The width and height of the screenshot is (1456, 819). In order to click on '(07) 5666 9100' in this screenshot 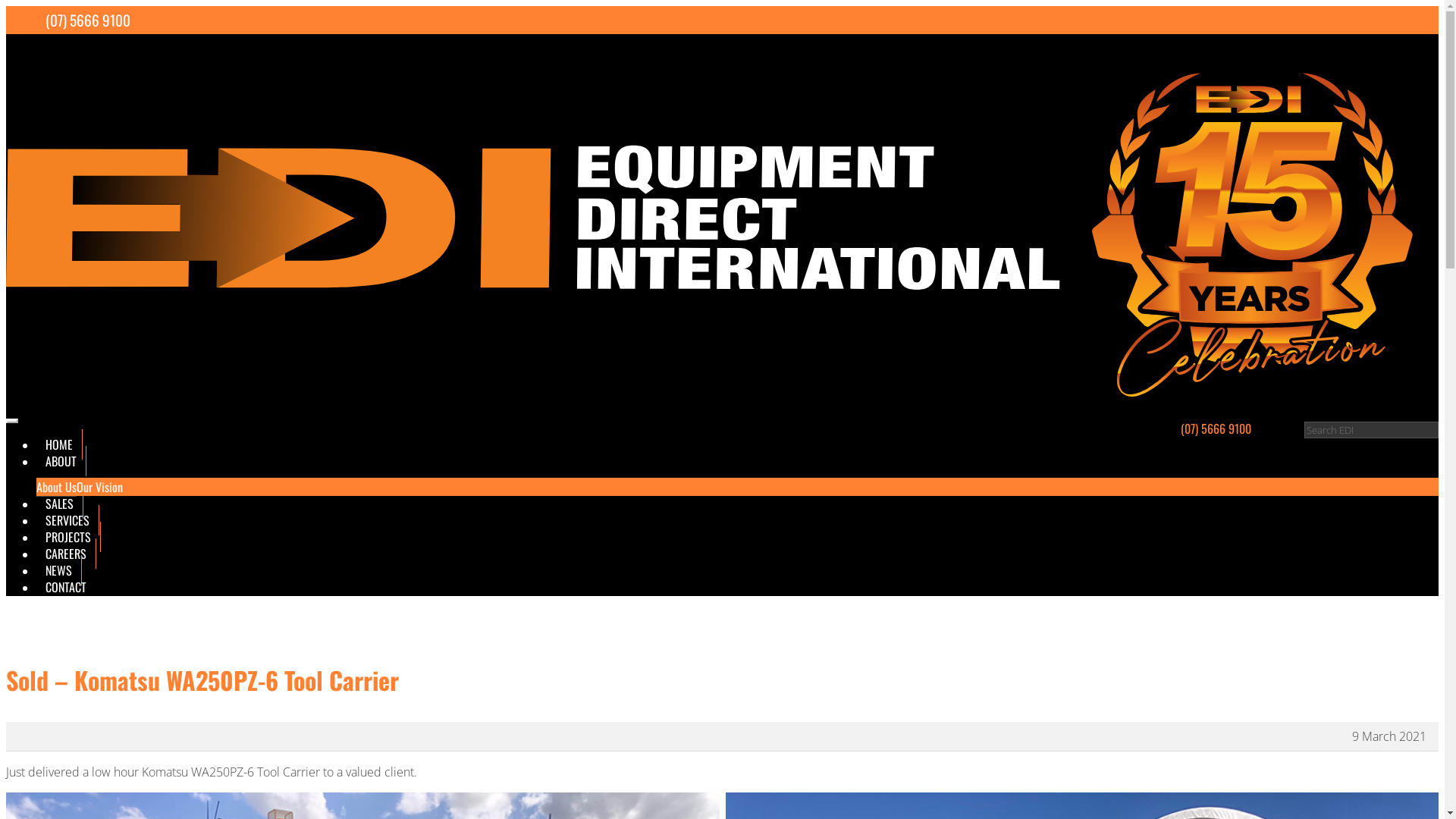, I will do `click(1179, 428)`.